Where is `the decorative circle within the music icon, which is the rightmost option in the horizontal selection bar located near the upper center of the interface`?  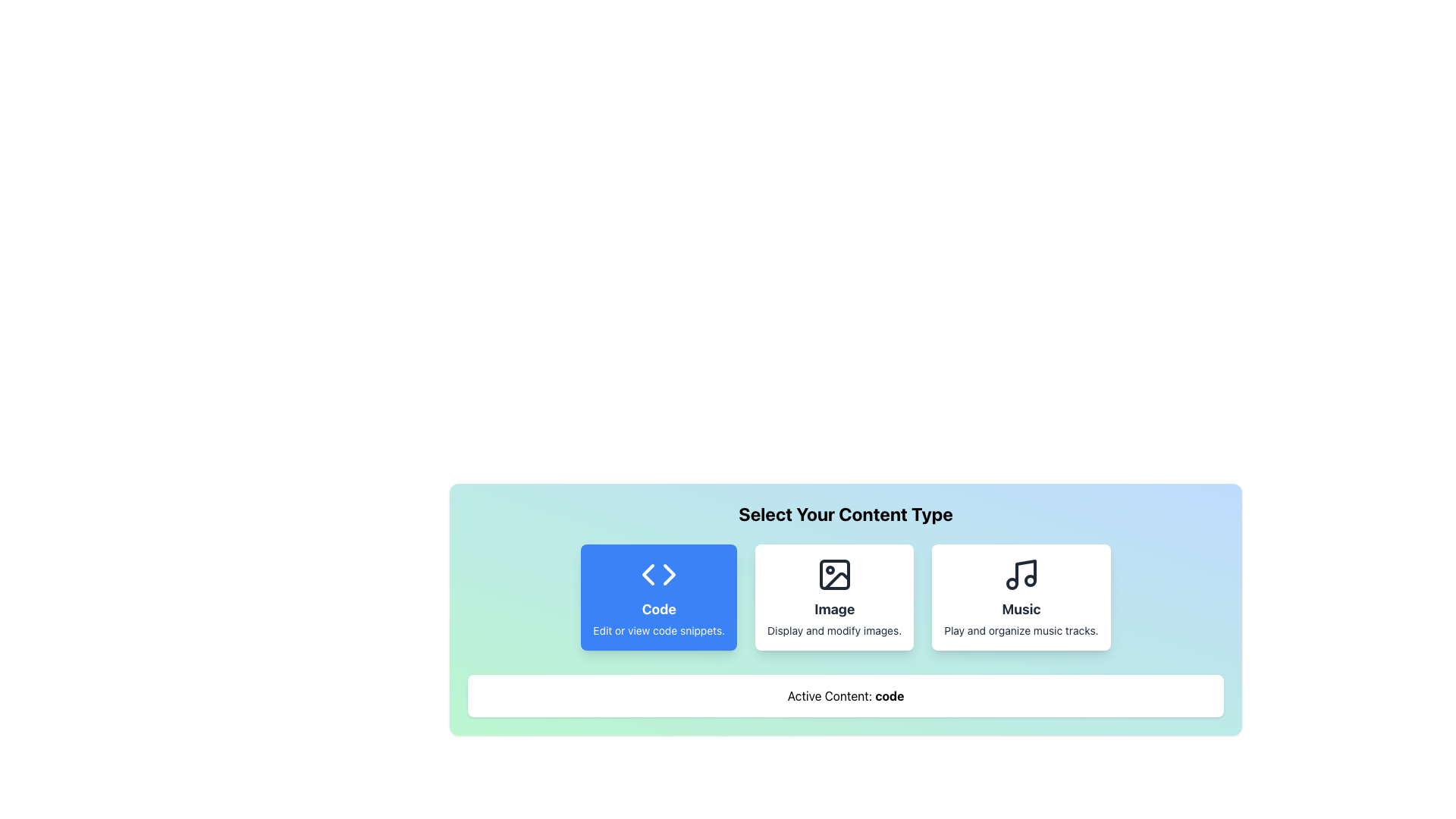
the decorative circle within the music icon, which is the rightmost option in the horizontal selection bar located near the upper center of the interface is located at coordinates (1030, 580).